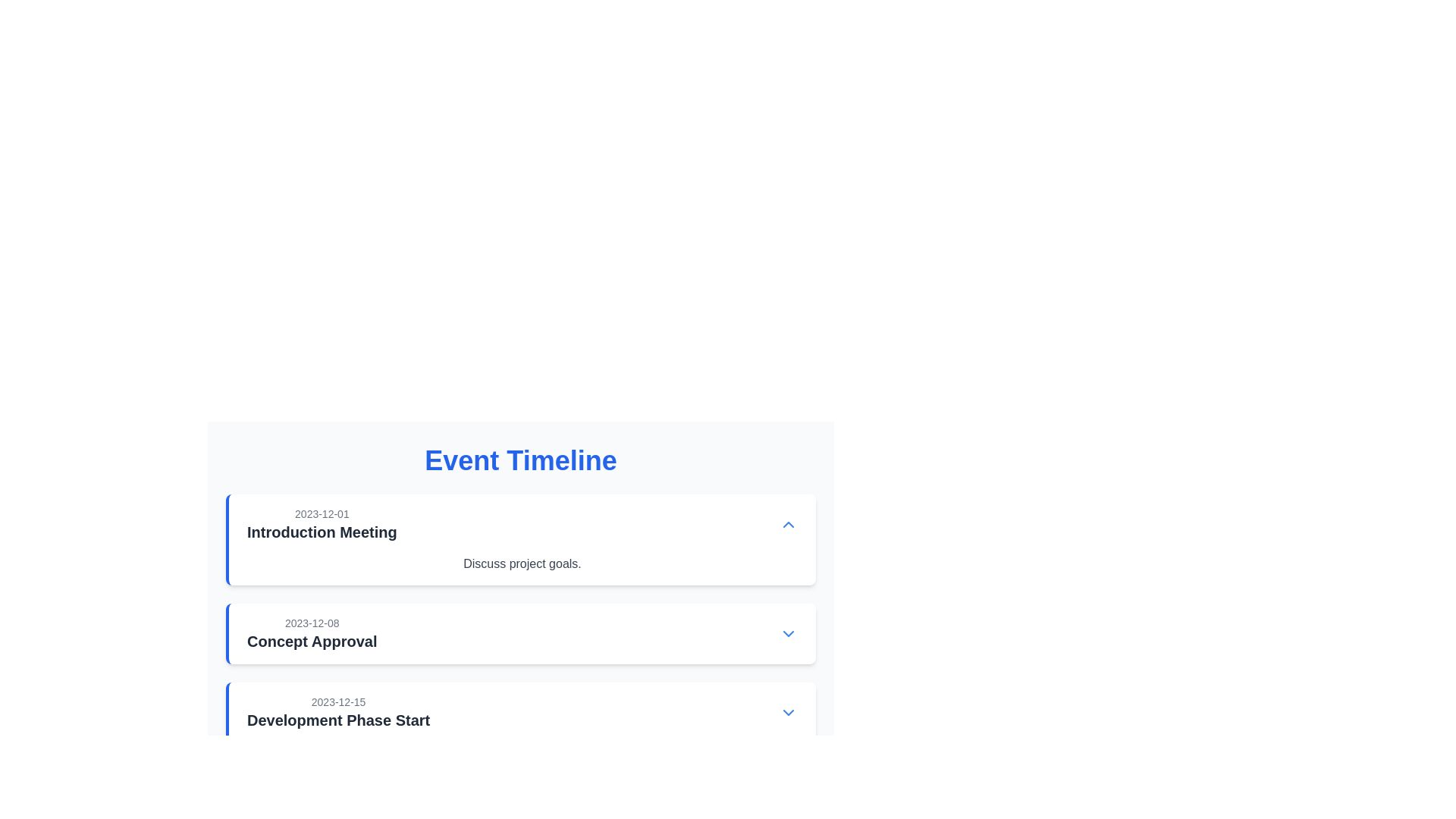 The width and height of the screenshot is (1456, 819). I want to click on the Text Label that denotes the title of the event dated '2023-12-08' in the 'Event Timeline' interface, so click(311, 641).